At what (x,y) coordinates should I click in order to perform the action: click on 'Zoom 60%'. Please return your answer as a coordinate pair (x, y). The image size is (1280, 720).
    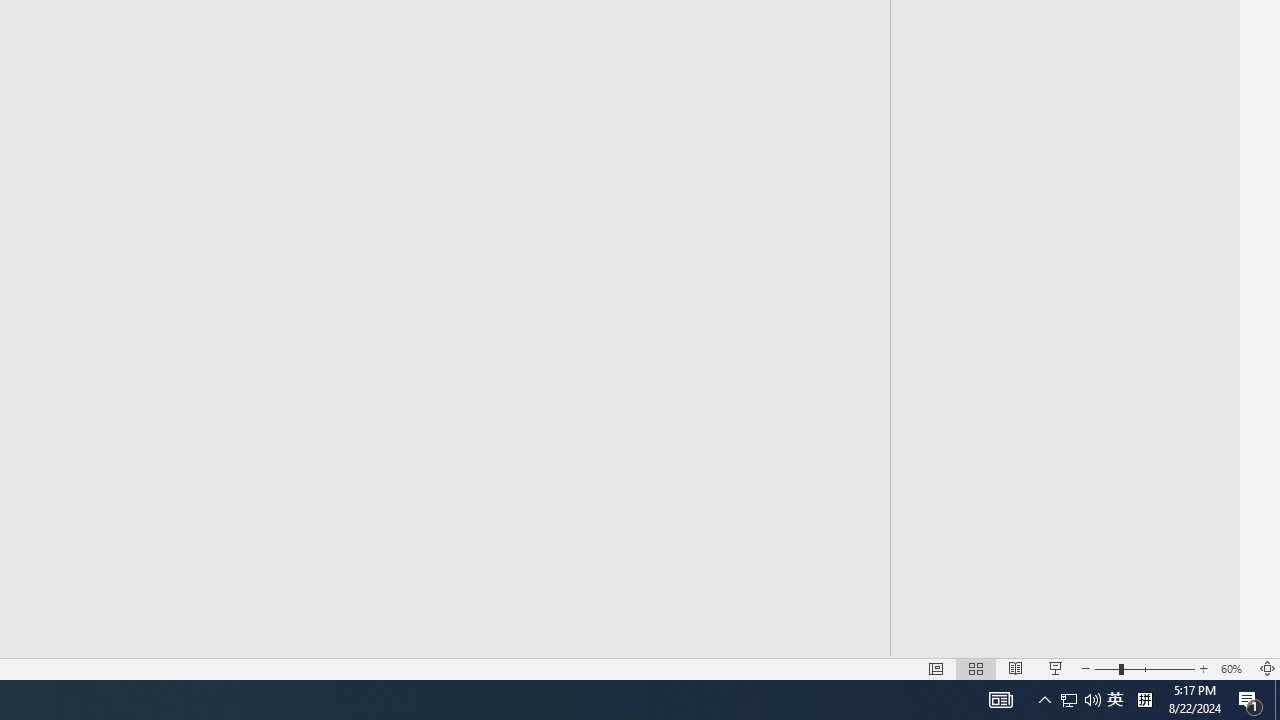
    Looking at the image, I should click on (1233, 669).